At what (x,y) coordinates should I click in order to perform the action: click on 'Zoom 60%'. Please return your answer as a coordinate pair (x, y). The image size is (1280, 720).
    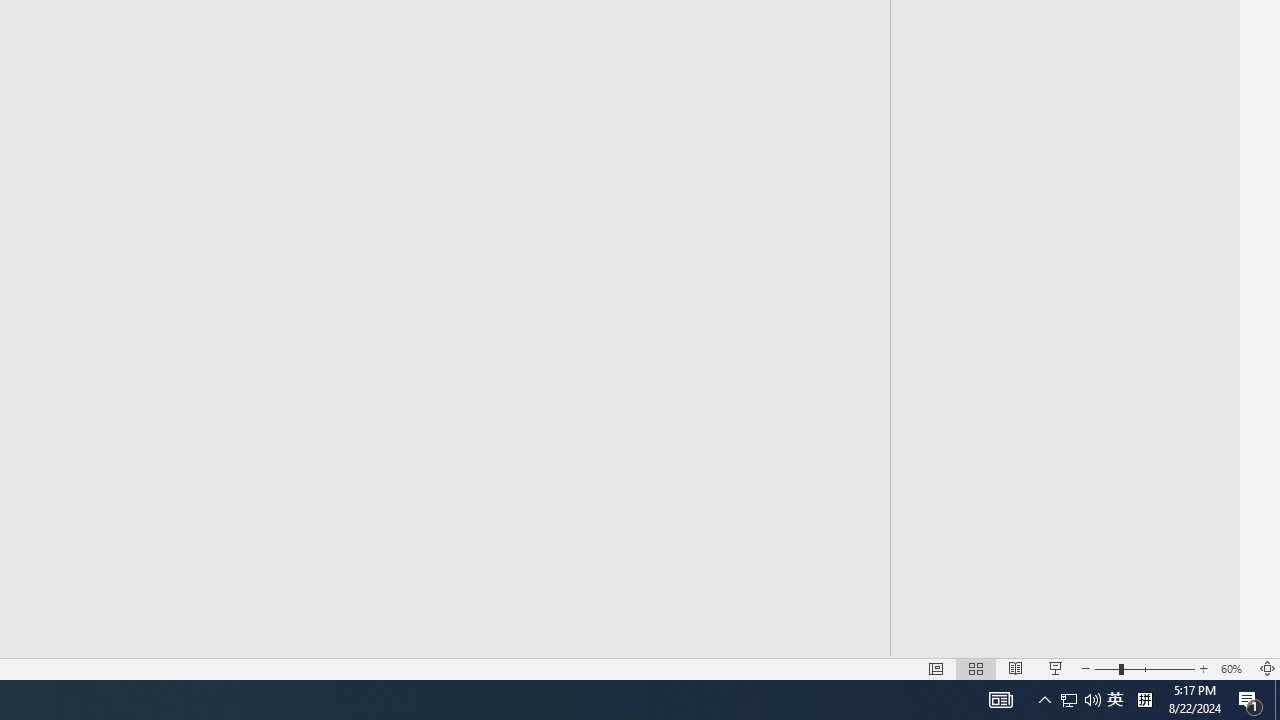
    Looking at the image, I should click on (1233, 669).